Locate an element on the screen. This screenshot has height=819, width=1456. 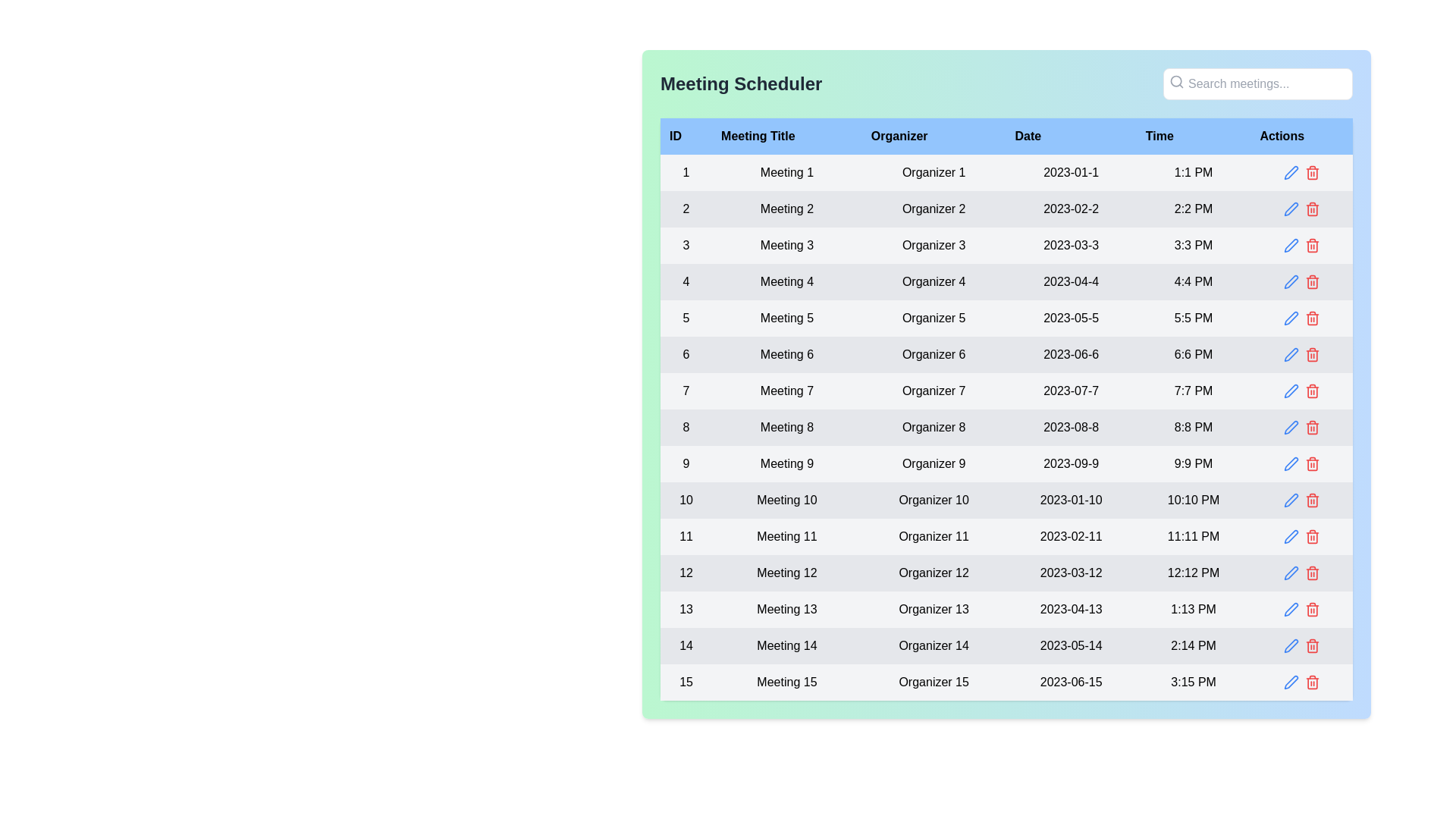
the delete icon within the 'Actions' column of the second row for the meeting titled 'Meeting 2' is located at coordinates (1301, 209).